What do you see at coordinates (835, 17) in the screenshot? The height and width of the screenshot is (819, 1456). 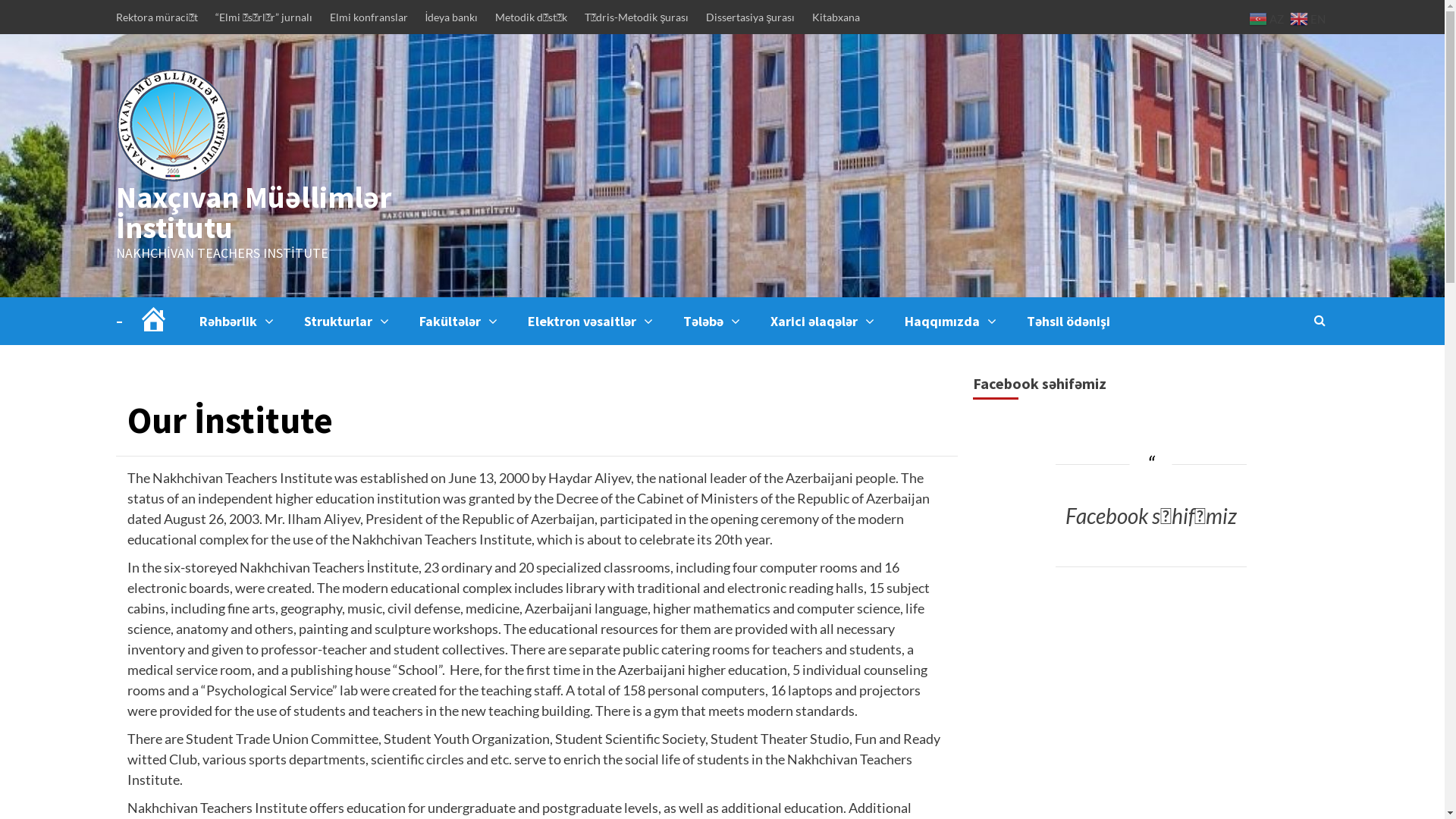 I see `'Kitabxana'` at bounding box center [835, 17].